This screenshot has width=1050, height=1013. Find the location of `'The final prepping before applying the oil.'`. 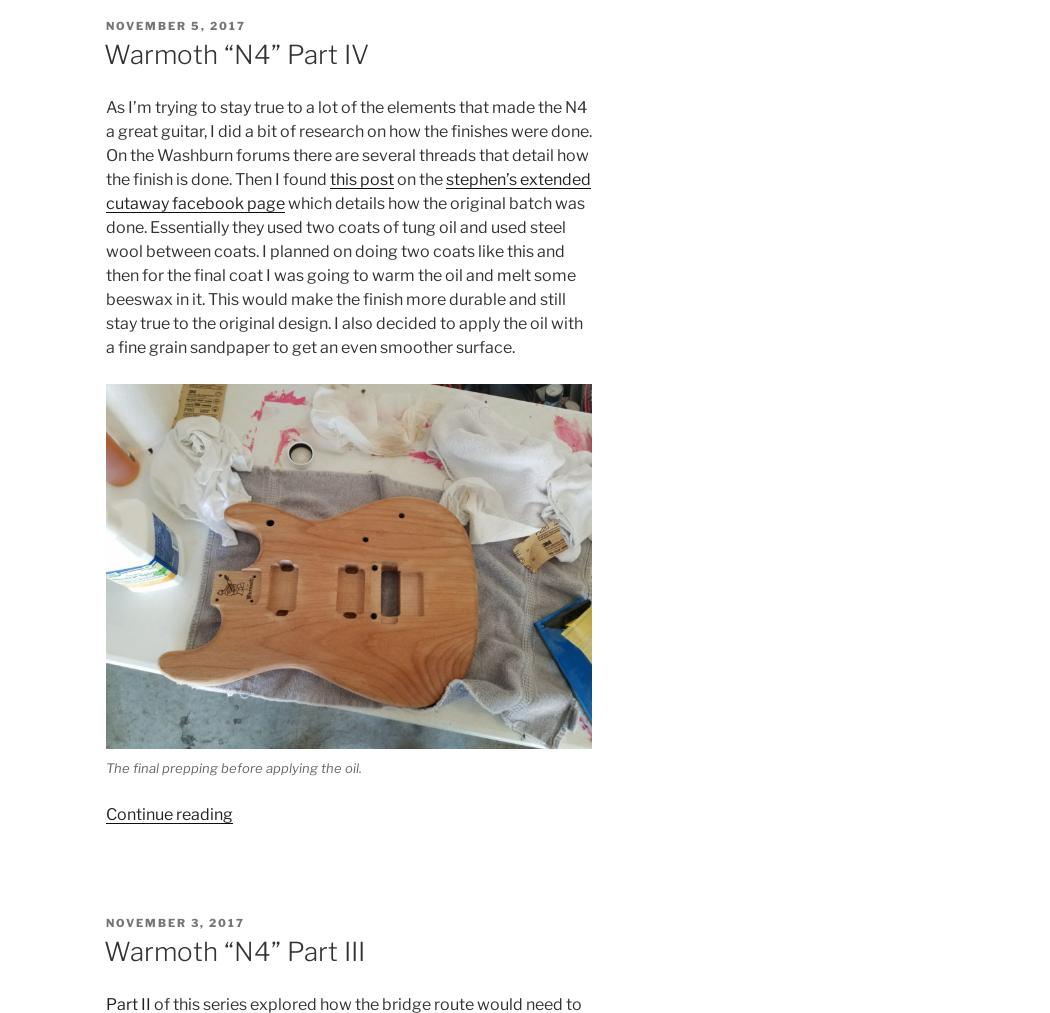

'The final prepping before applying the oil.' is located at coordinates (232, 767).